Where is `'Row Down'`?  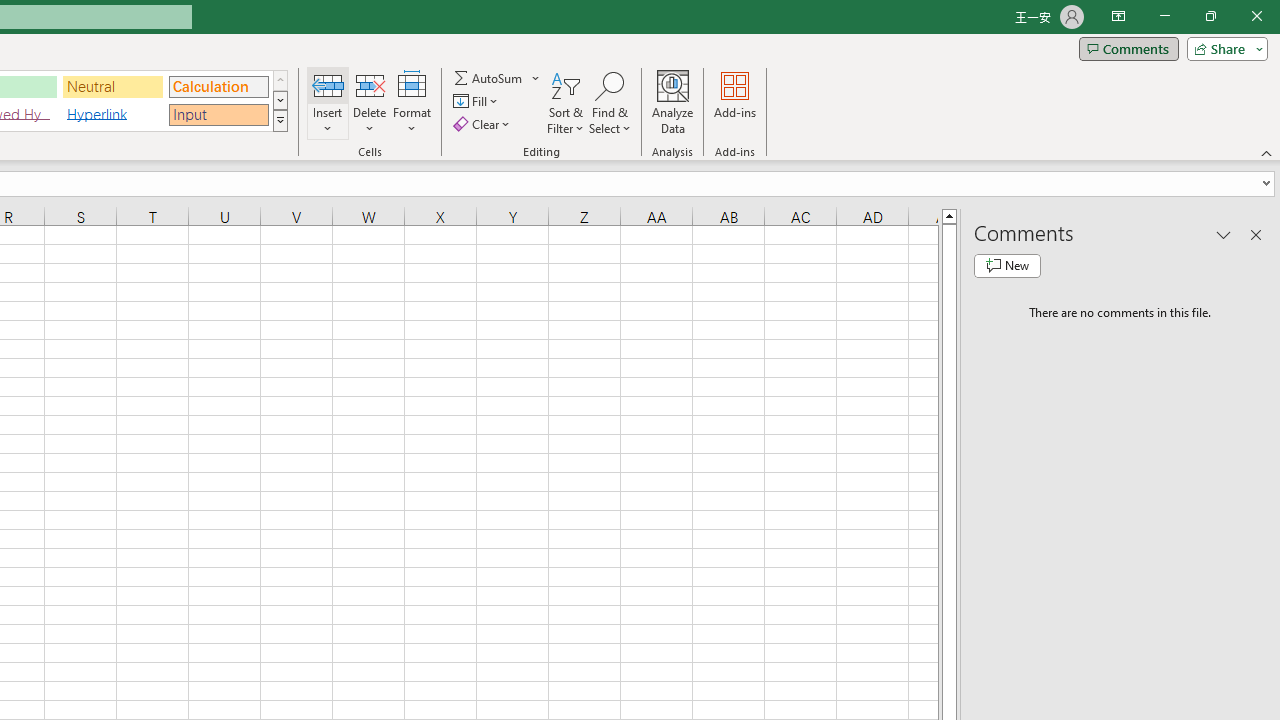 'Row Down' is located at coordinates (279, 100).